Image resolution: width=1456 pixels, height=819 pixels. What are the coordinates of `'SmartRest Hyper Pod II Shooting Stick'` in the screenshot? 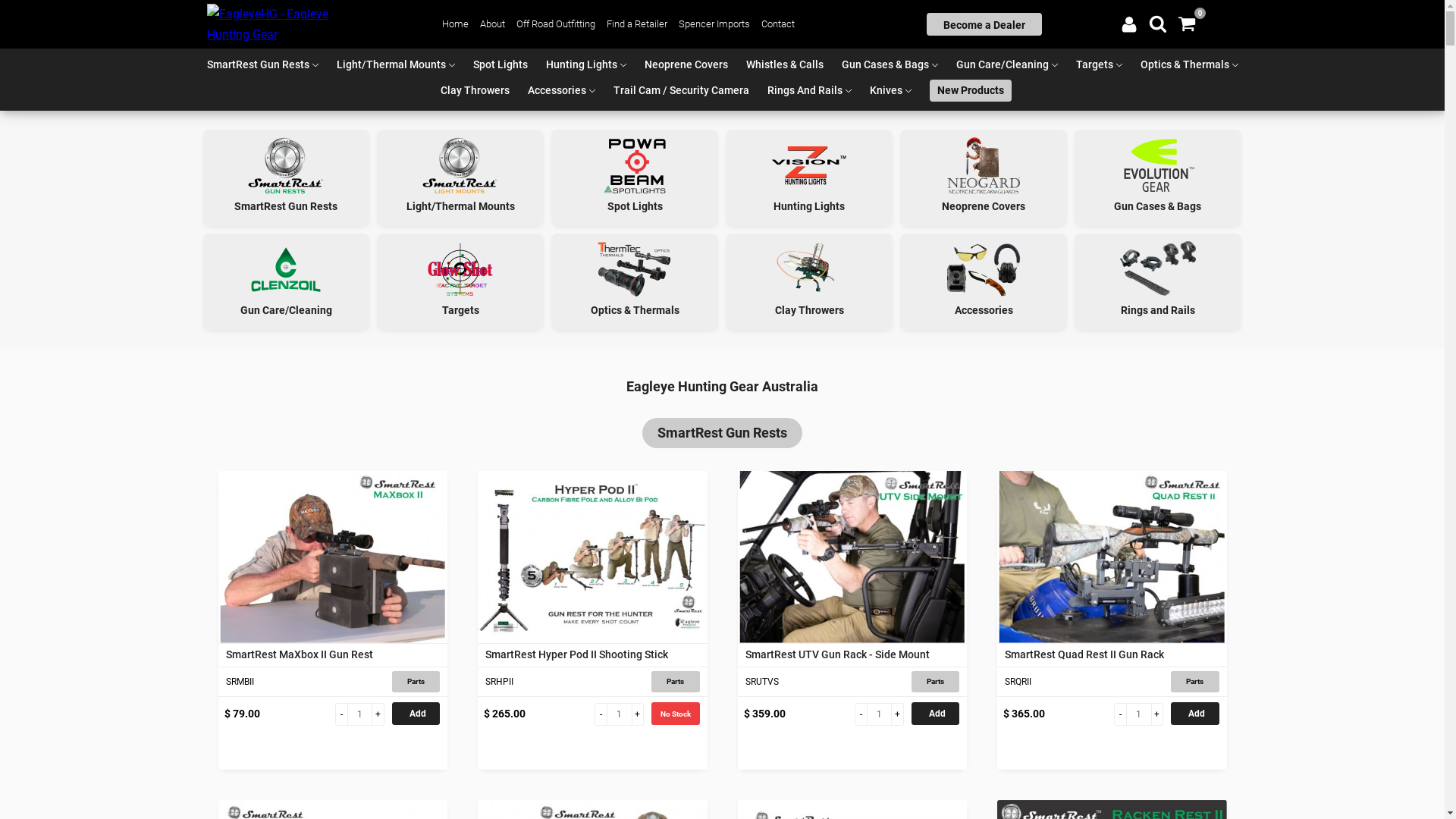 It's located at (591, 557).